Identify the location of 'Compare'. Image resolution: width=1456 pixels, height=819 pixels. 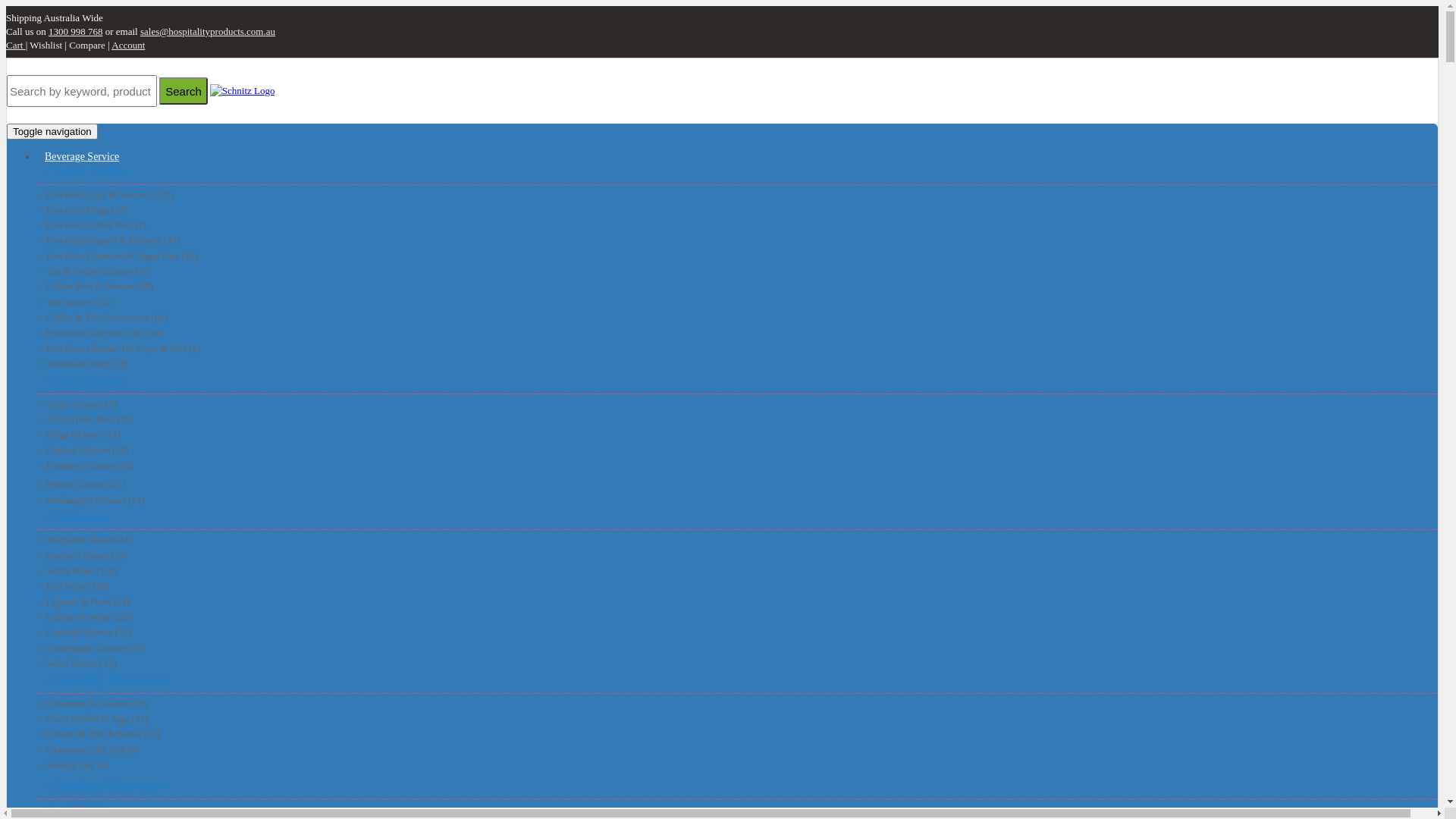
(87, 44).